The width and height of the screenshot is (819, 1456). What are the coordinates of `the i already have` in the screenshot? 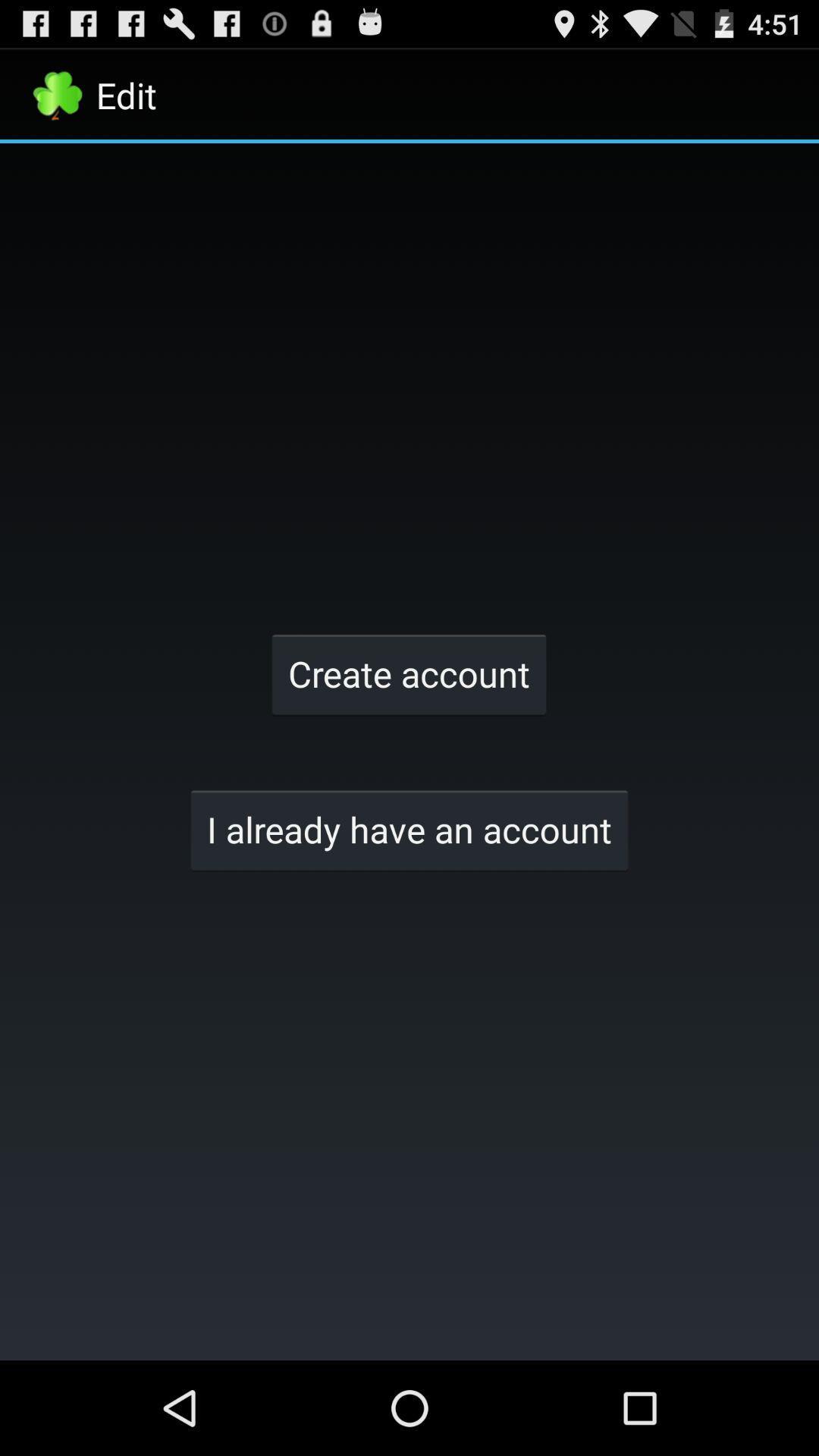 It's located at (409, 829).